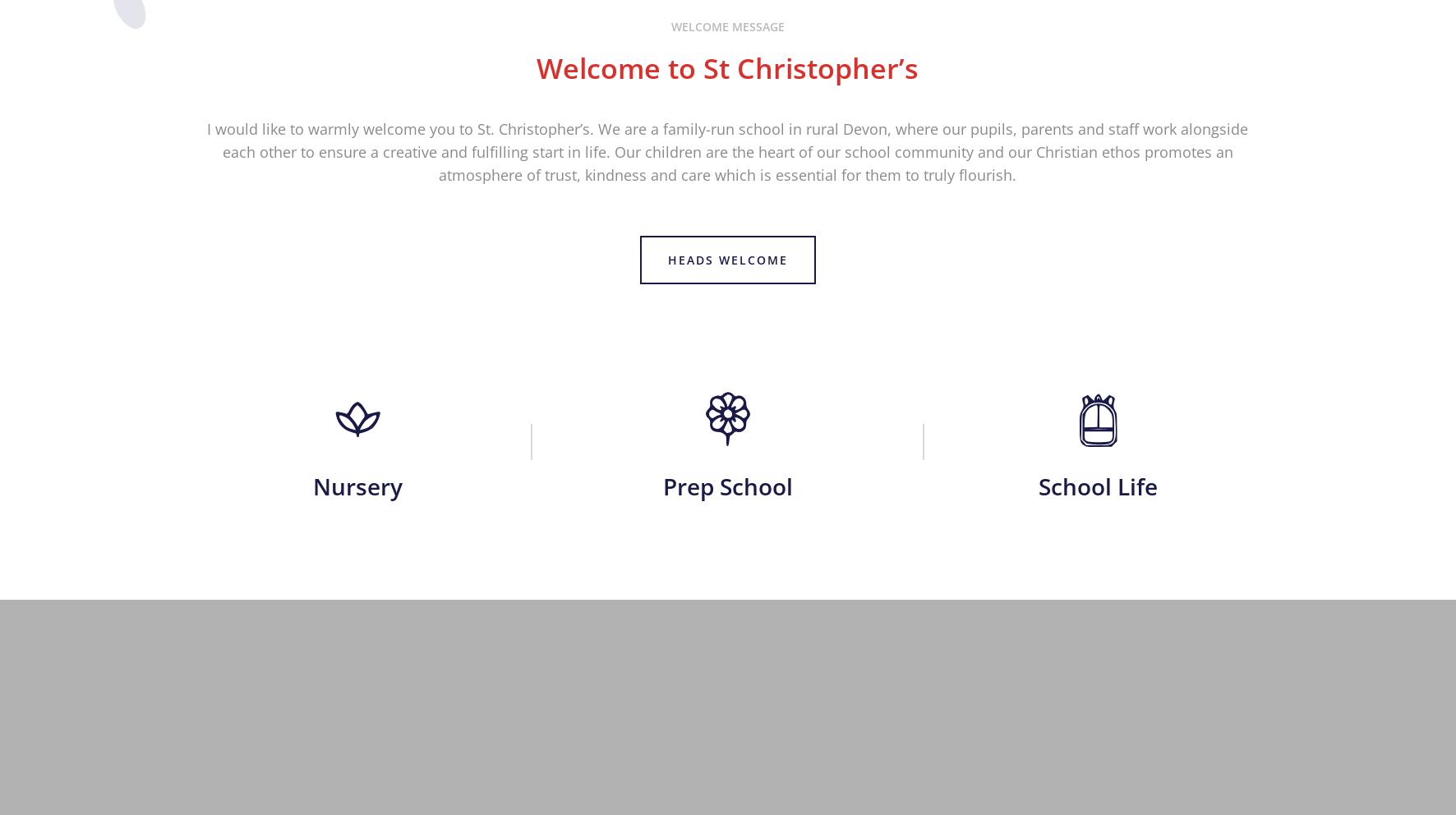 The image size is (1456, 815). I want to click on 'High Visibility', so click(828, 521).